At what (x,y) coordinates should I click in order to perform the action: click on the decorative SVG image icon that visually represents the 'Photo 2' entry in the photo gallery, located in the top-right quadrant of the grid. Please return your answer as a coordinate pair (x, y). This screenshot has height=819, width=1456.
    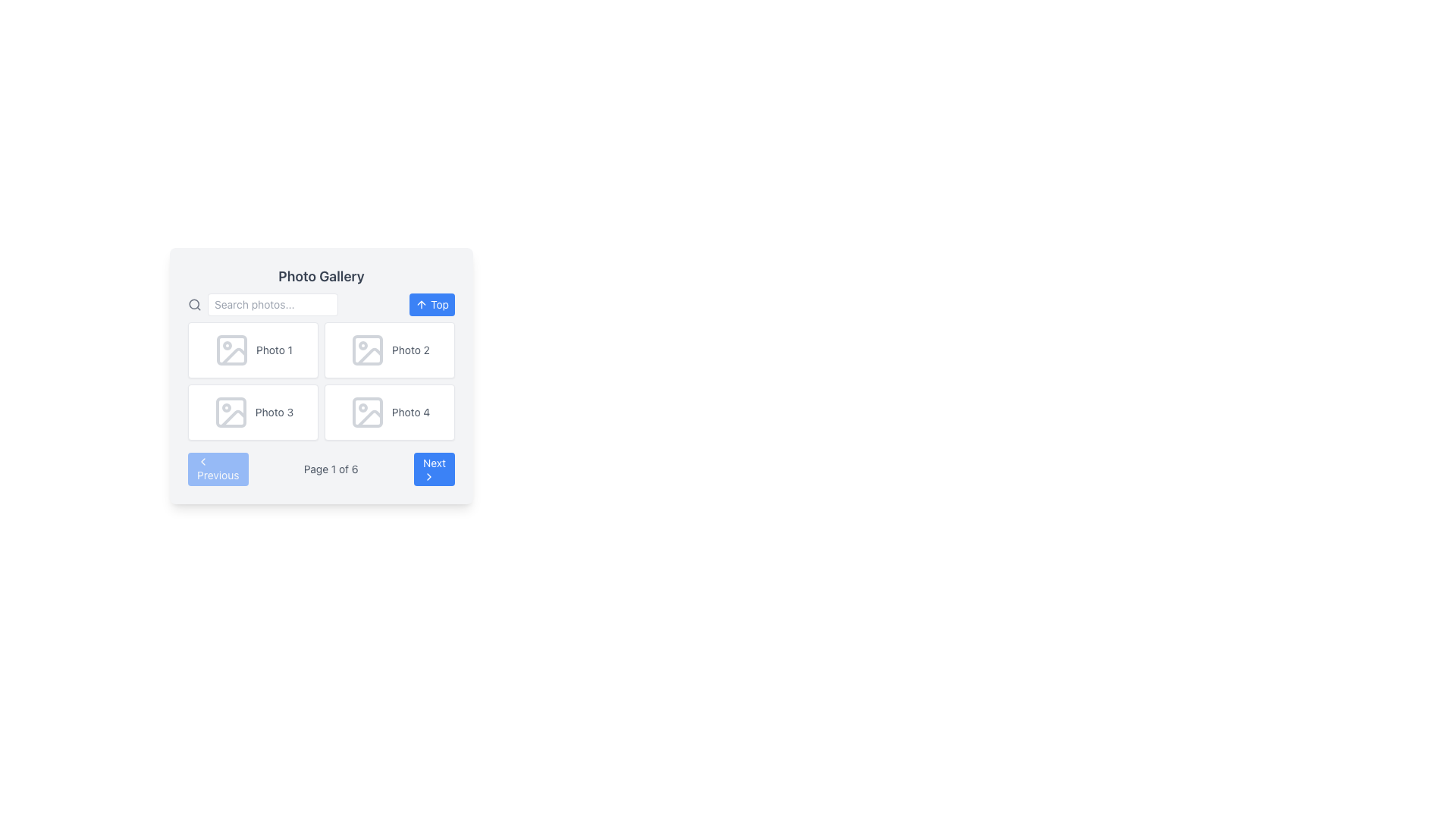
    Looking at the image, I should click on (367, 350).